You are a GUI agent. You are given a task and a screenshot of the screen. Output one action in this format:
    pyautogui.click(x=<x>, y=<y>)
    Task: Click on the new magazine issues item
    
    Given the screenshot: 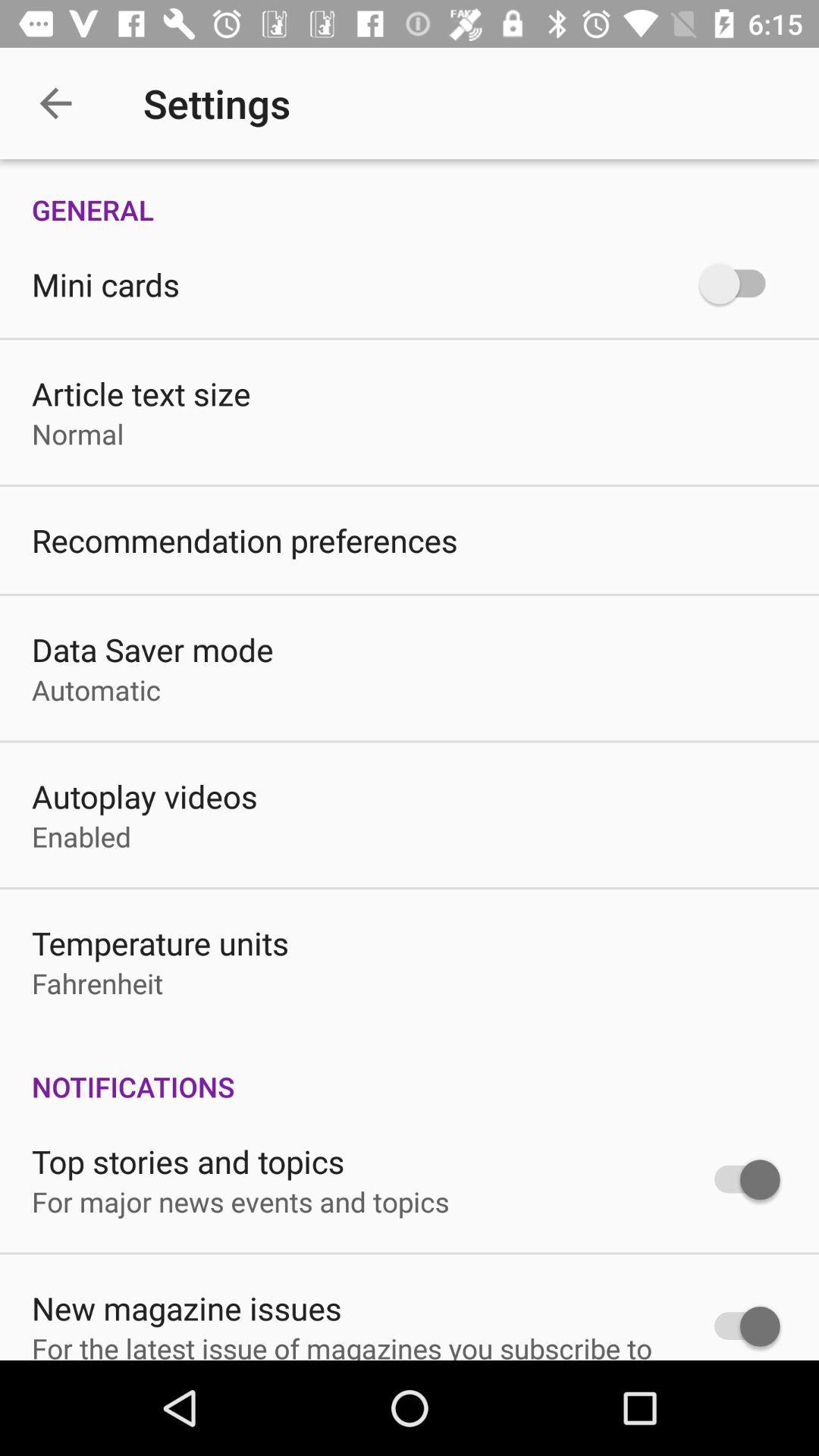 What is the action you would take?
    pyautogui.click(x=186, y=1307)
    